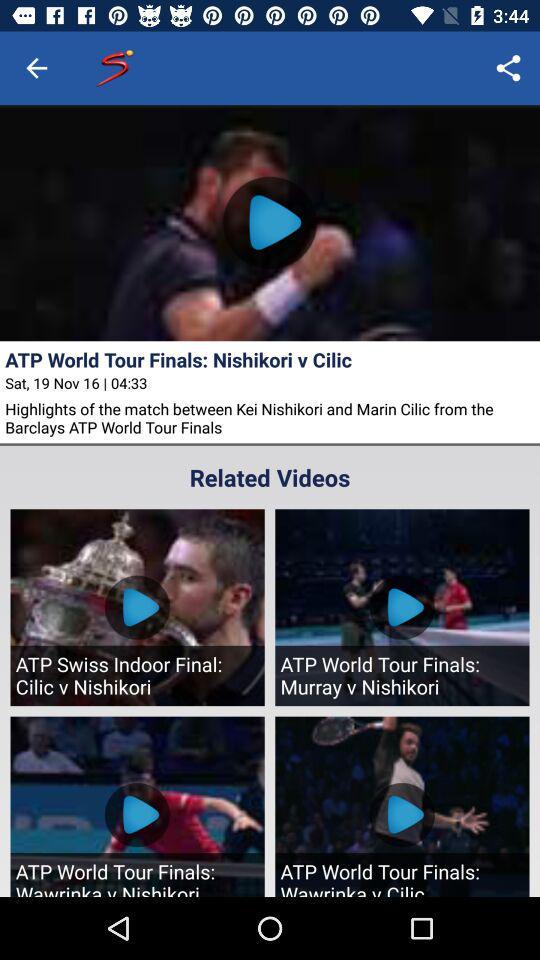 The width and height of the screenshot is (540, 960). What do you see at coordinates (270, 222) in the screenshot?
I see `the play icon` at bounding box center [270, 222].